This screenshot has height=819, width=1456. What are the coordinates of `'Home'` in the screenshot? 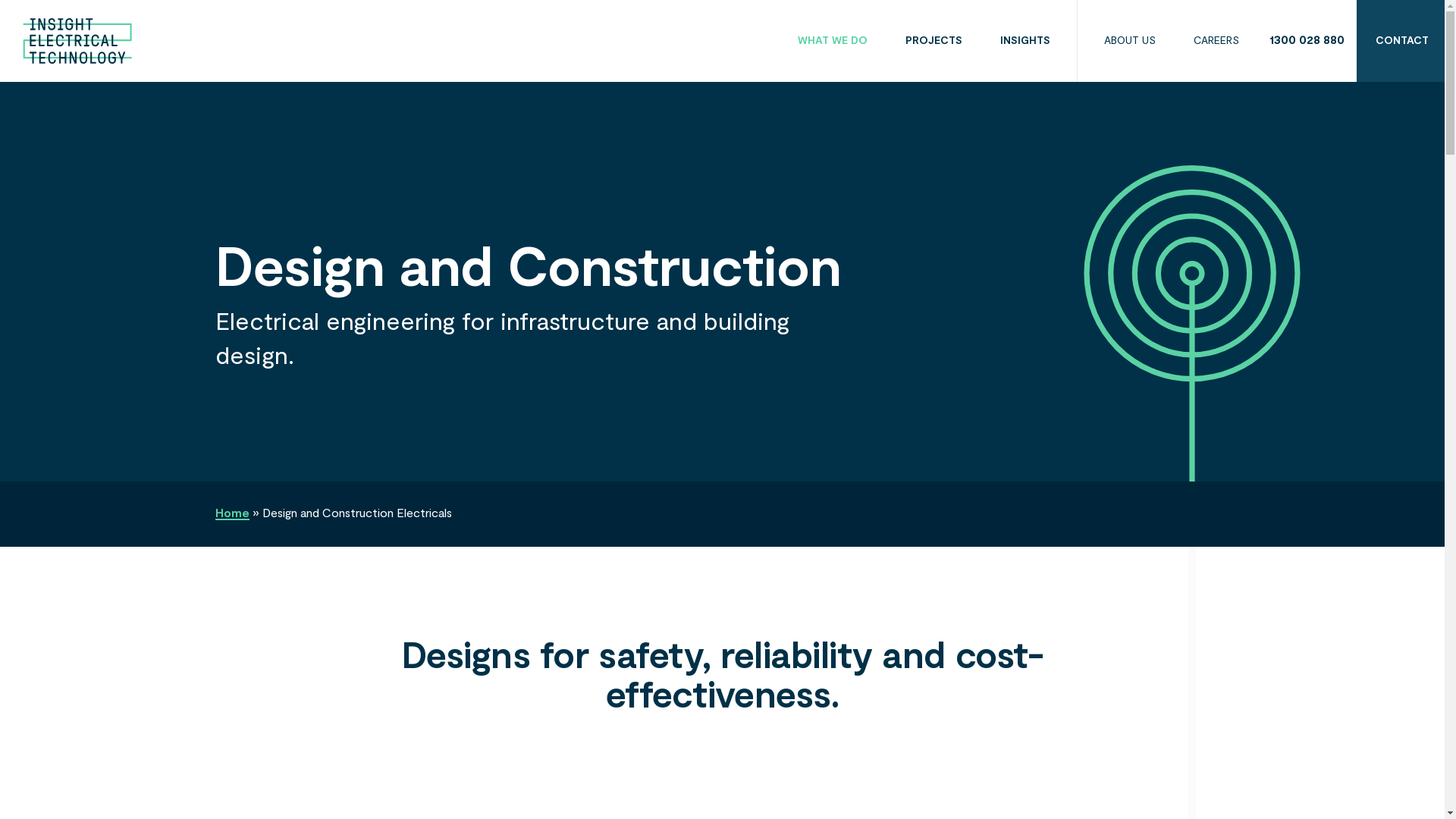 It's located at (214, 513).